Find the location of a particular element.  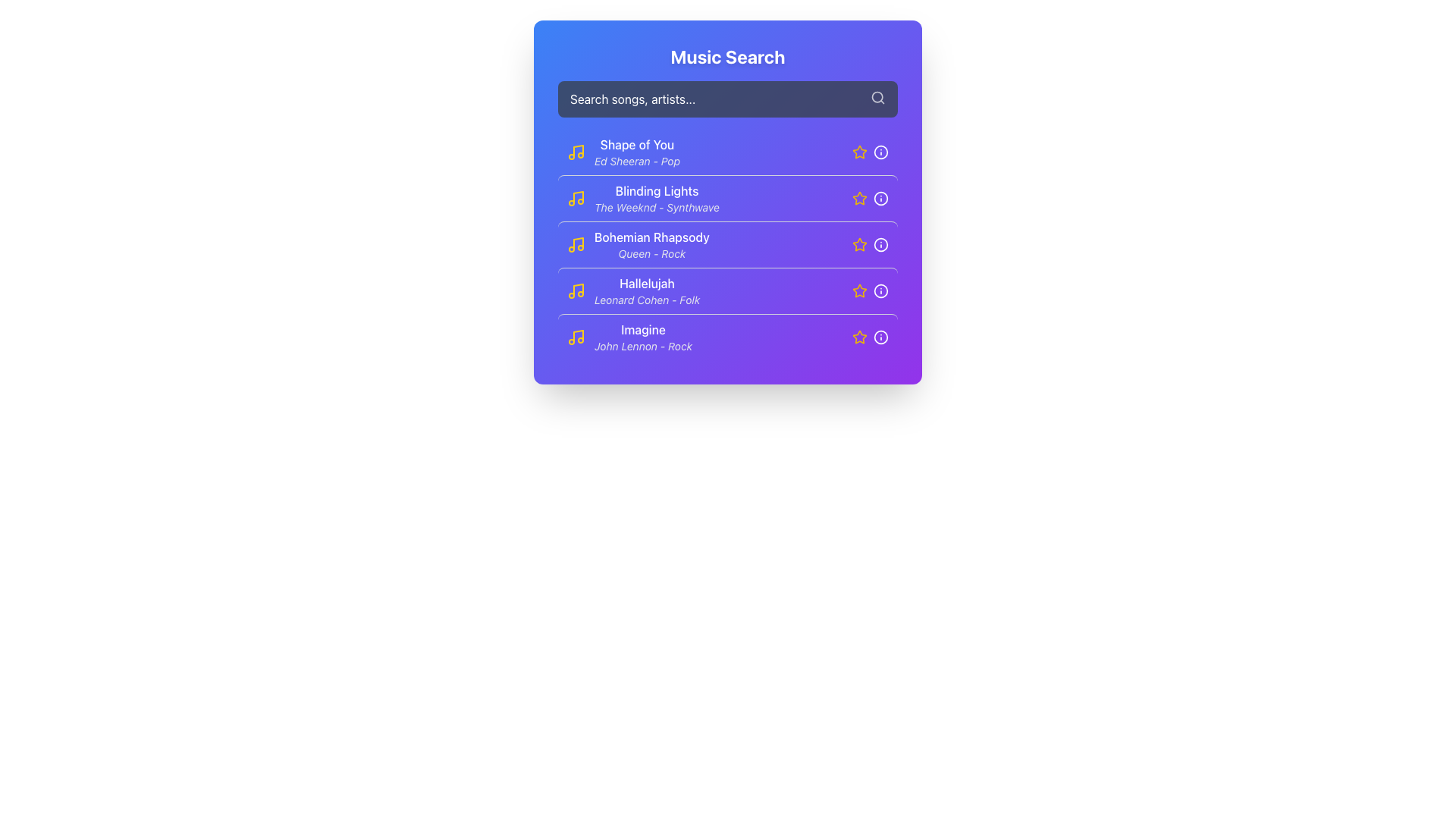

the yellow star icon with a hollow interior located to the right of the song title 'Shape of You' to mark it as a favorite is located at coordinates (859, 152).